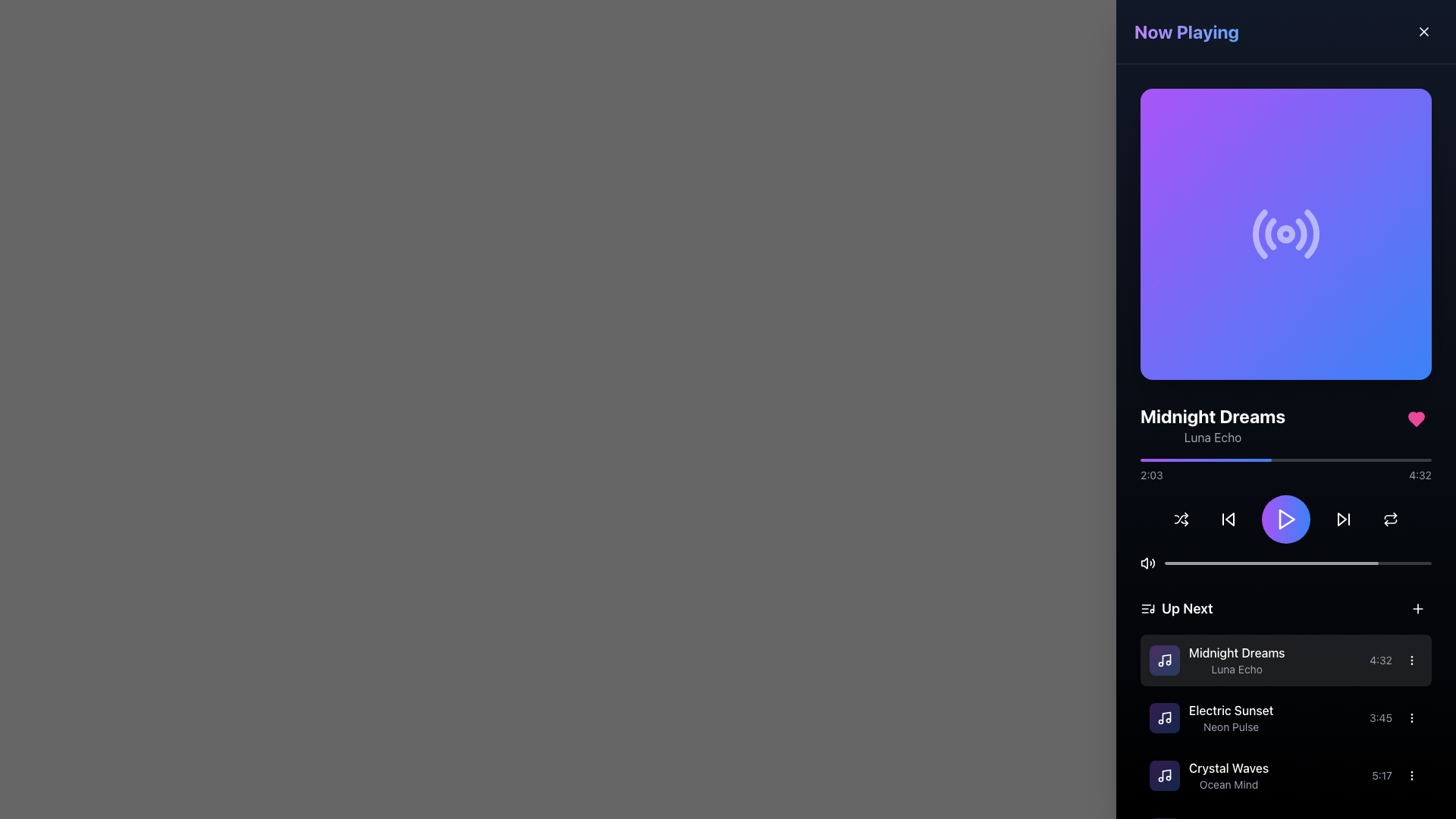 The image size is (1456, 819). Describe the element at coordinates (1228, 519) in the screenshot. I see `the skip-back button located in the interactive control panel of the media player, which is the second button from the left in the playback control icons` at that location.